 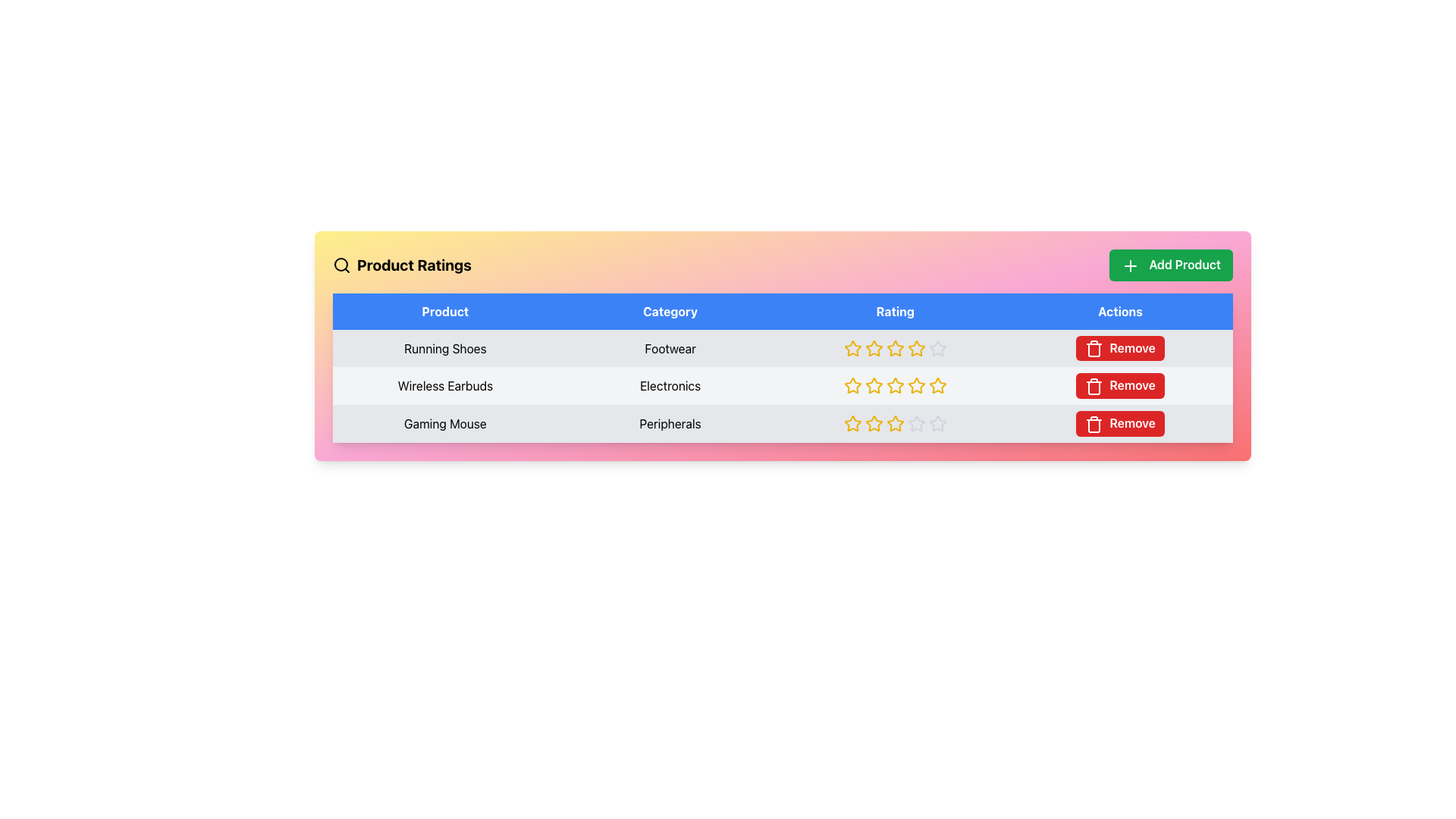 What do you see at coordinates (1120, 385) in the screenshot?
I see `the third 'Remove' button in the 'Actions' column` at bounding box center [1120, 385].